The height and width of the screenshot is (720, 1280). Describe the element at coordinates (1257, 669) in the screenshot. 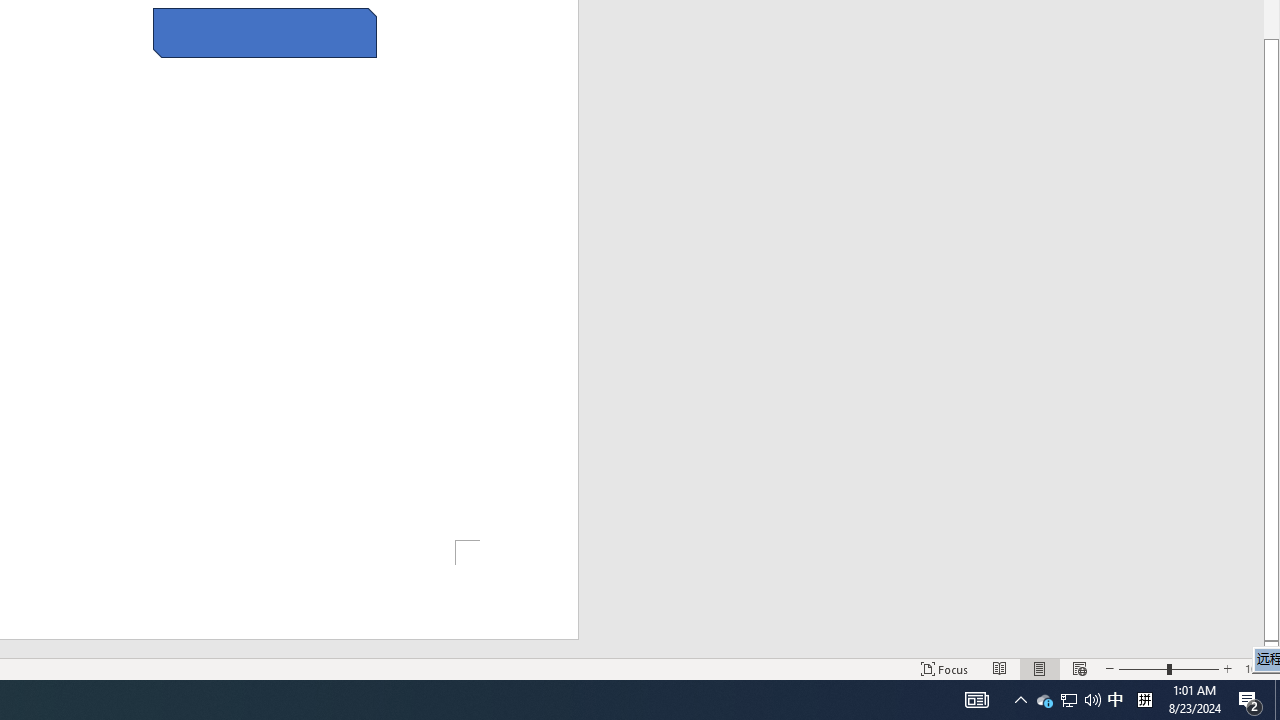

I see `'Zoom 104%'` at that location.